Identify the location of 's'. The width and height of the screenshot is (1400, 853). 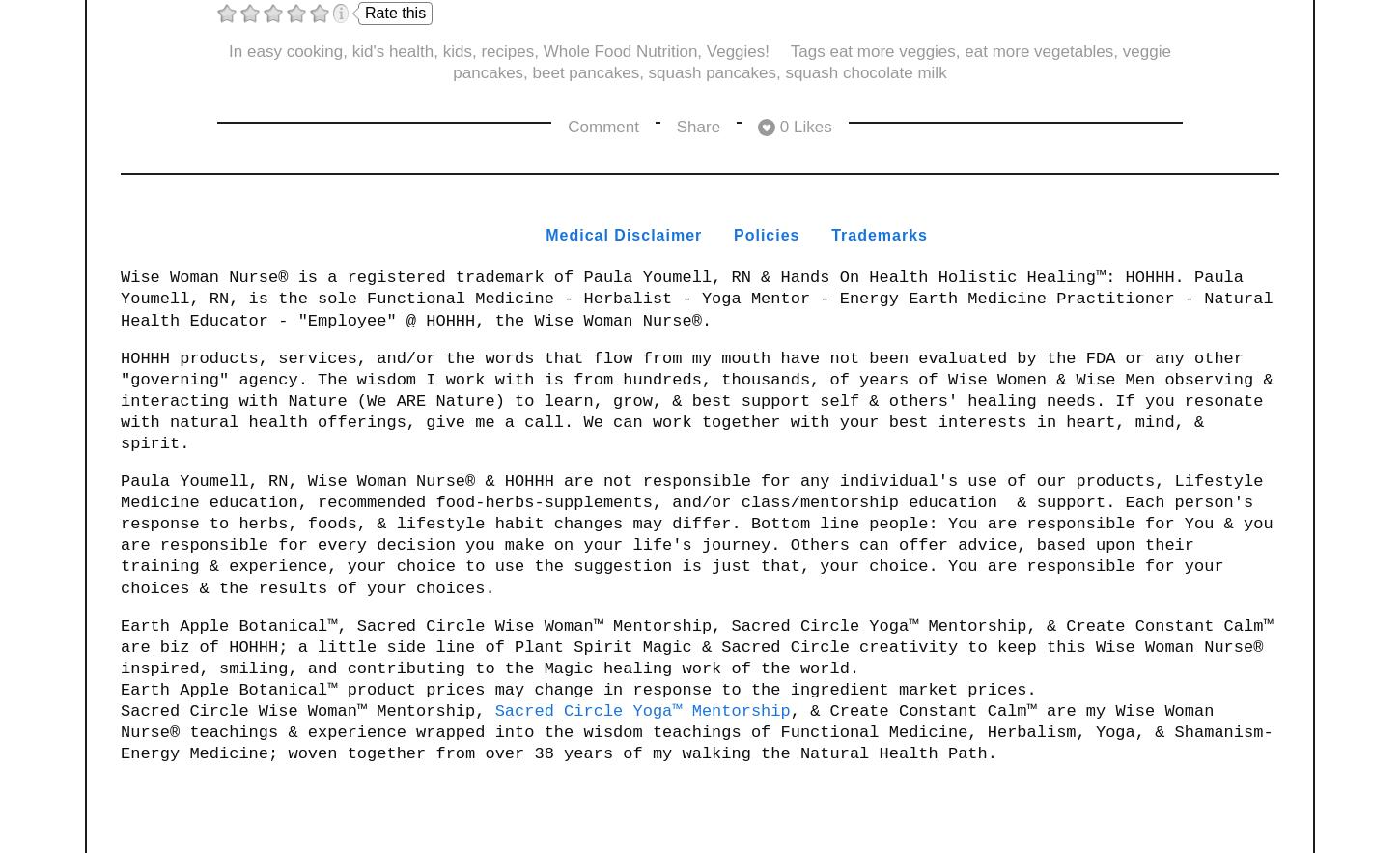
(921, 233).